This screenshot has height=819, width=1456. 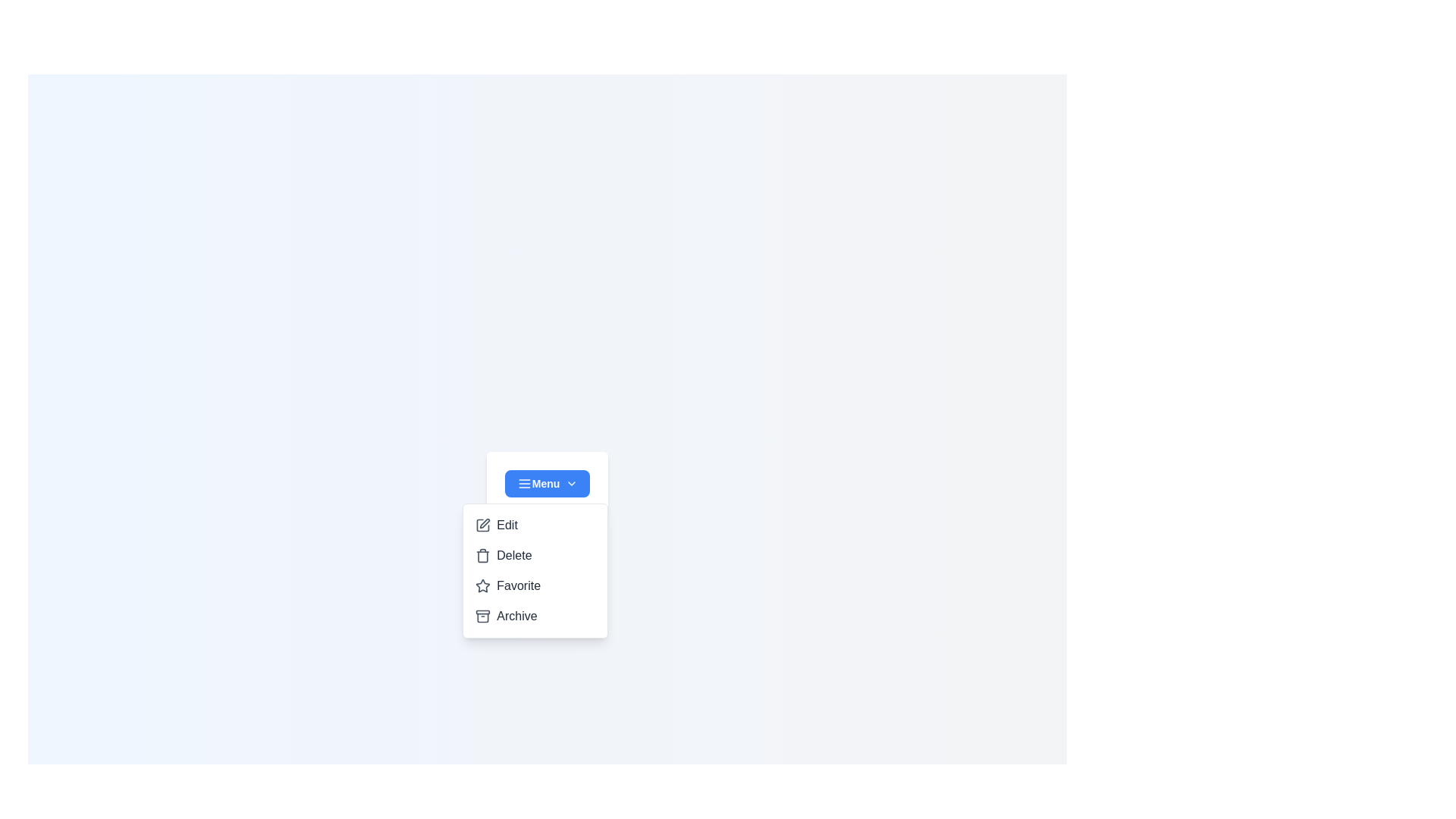 I want to click on the menu item Favorite, so click(x=535, y=585).